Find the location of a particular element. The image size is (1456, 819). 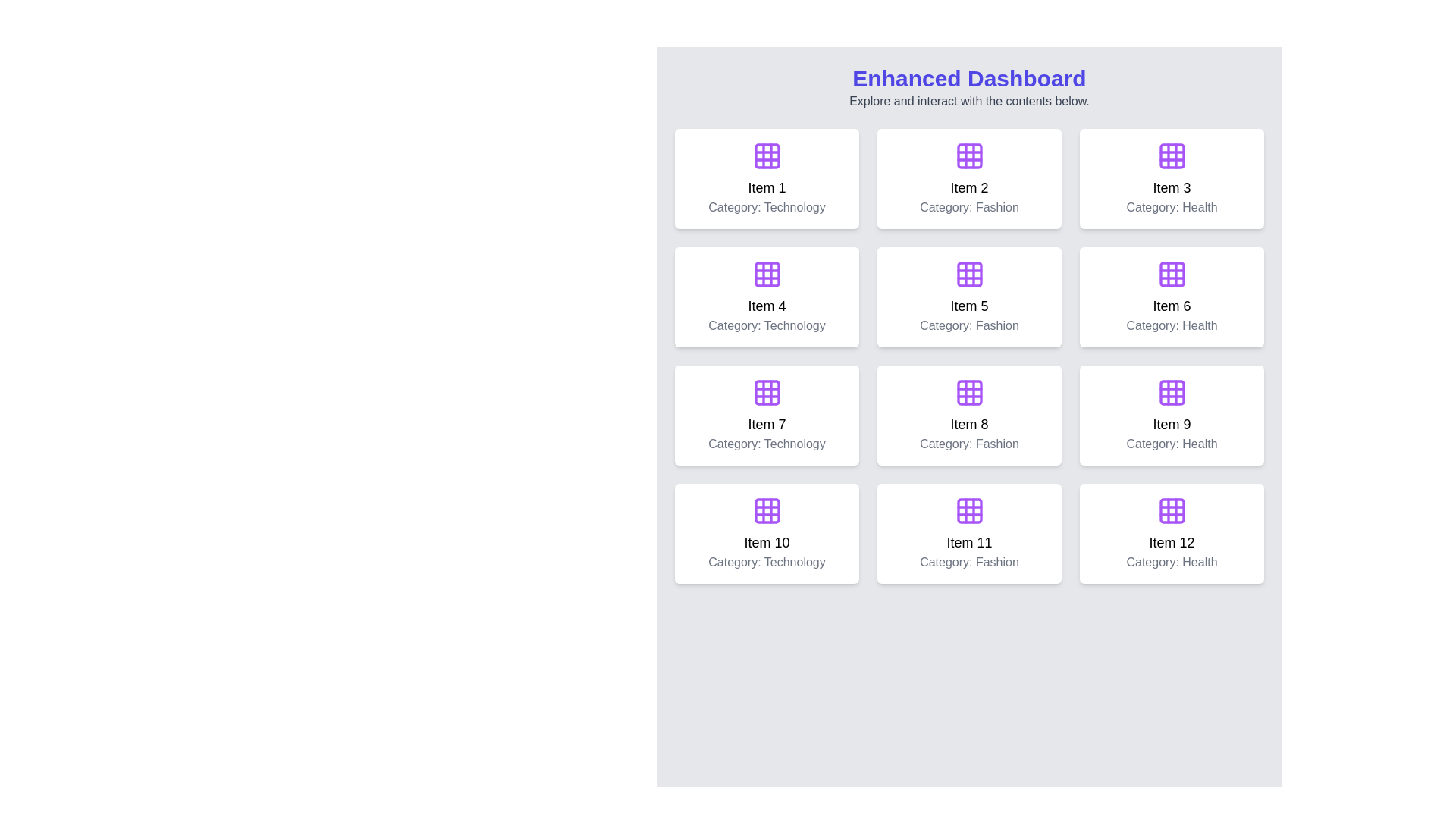

the purple square-shaped icon representing a 3x3 grid layout in cell 8 of a 4x3 arrangement is located at coordinates (968, 391).